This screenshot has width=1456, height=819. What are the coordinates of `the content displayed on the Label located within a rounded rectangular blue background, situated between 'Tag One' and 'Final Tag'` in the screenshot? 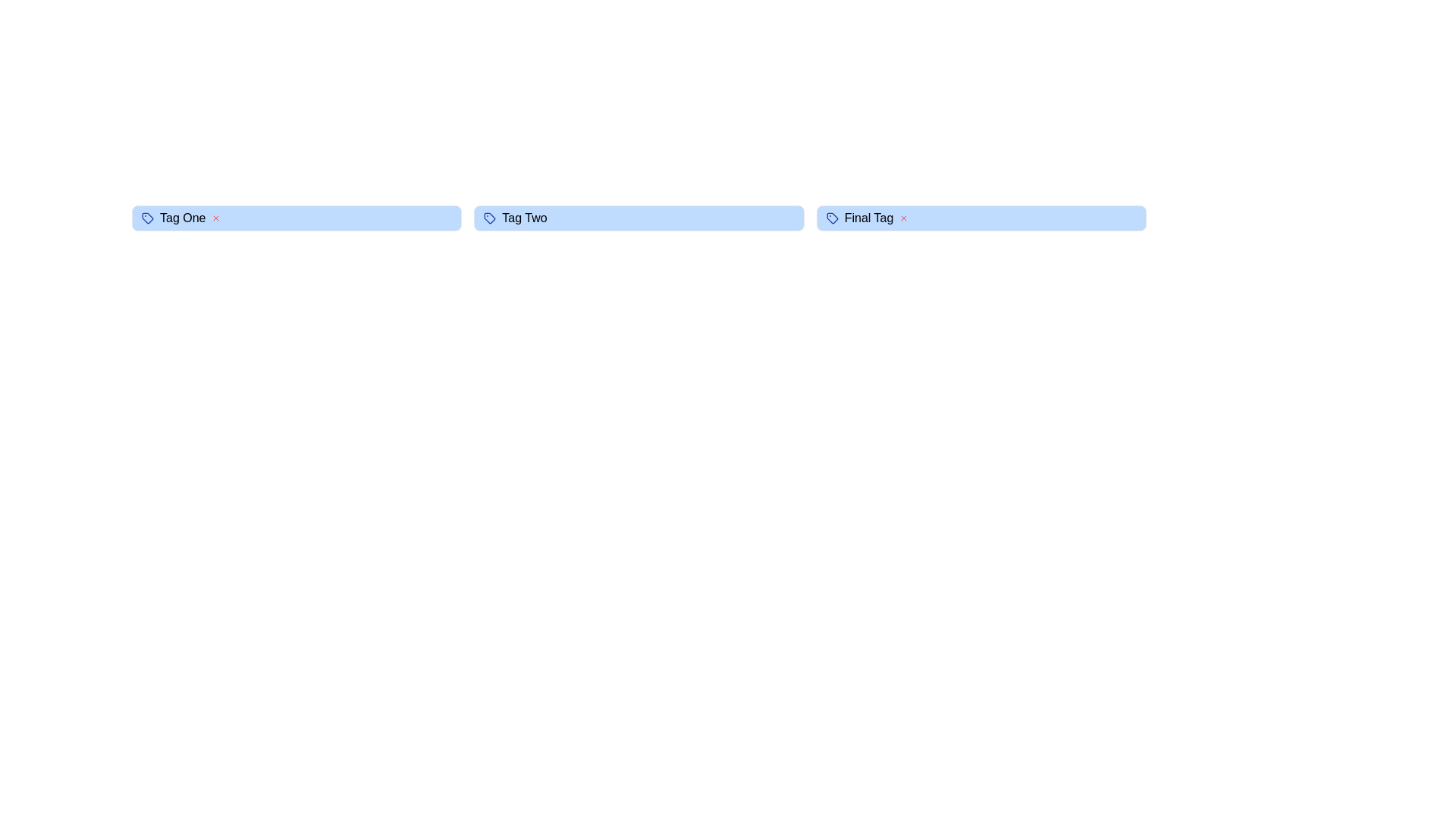 It's located at (524, 218).